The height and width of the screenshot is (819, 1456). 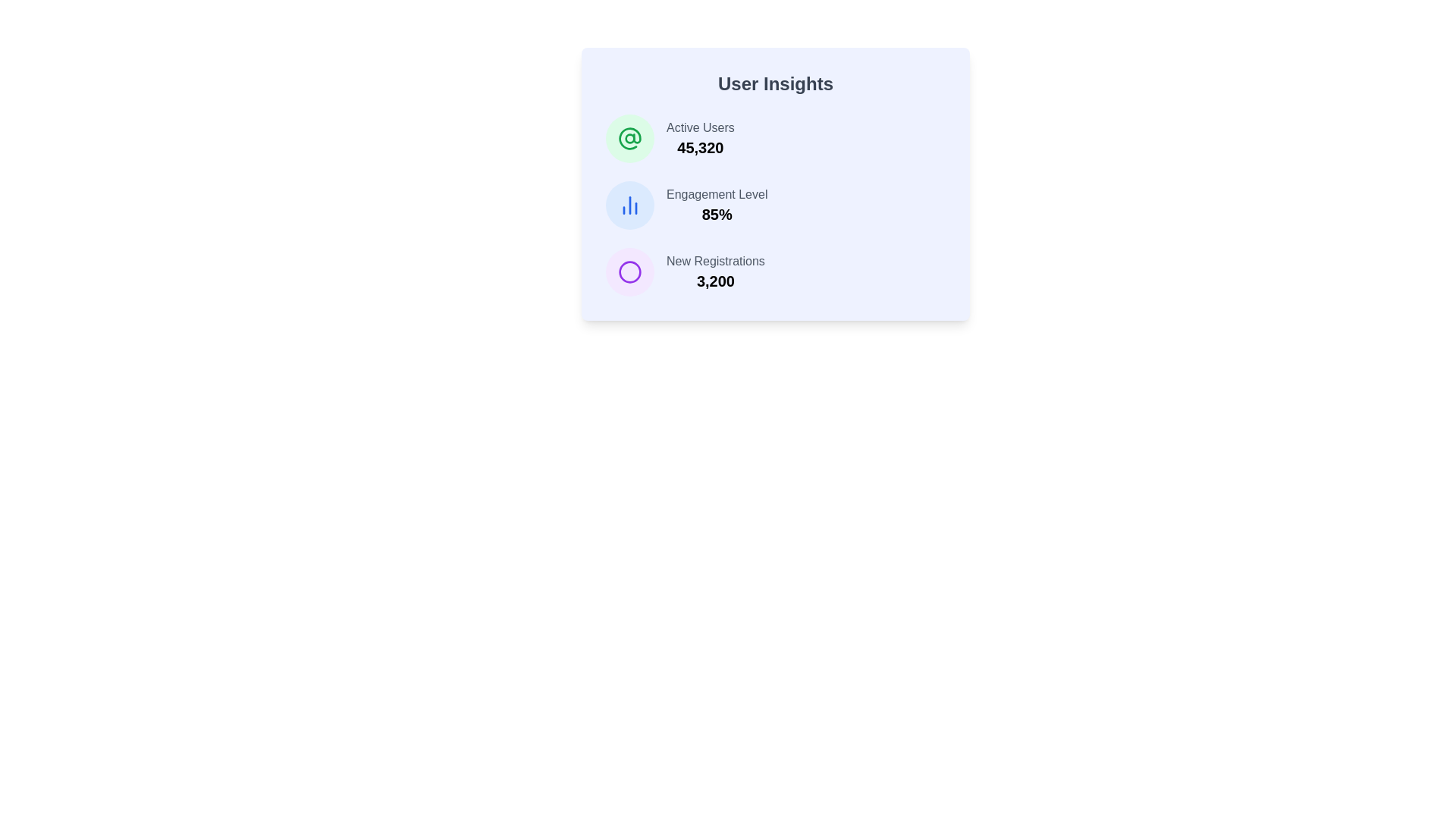 What do you see at coordinates (629, 138) in the screenshot?
I see `the green '@' sign icon located to the left of the 'Active Users' text label in the user statistics list` at bounding box center [629, 138].